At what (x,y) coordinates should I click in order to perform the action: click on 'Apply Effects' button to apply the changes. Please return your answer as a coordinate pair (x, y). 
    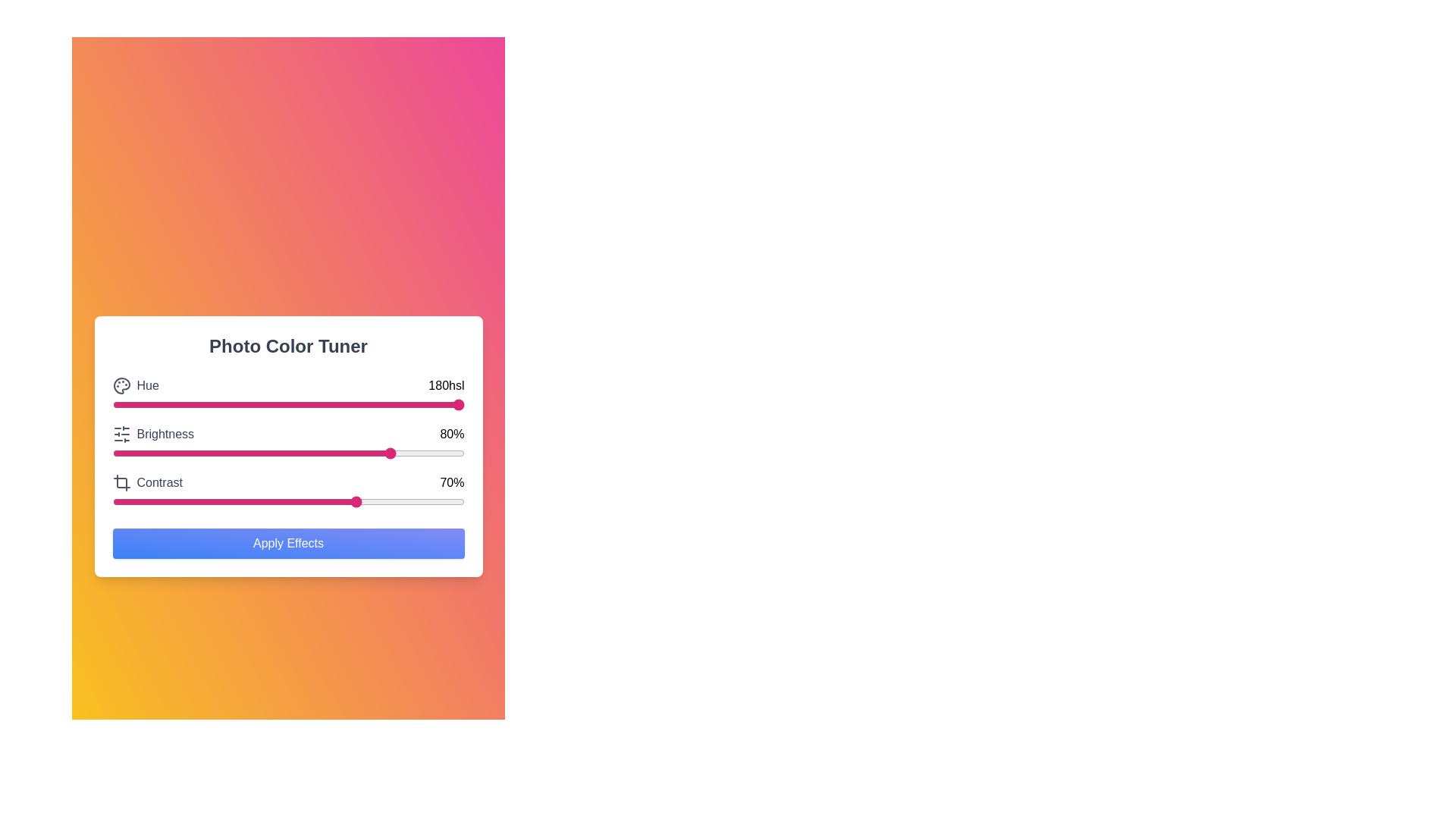
    Looking at the image, I should click on (288, 543).